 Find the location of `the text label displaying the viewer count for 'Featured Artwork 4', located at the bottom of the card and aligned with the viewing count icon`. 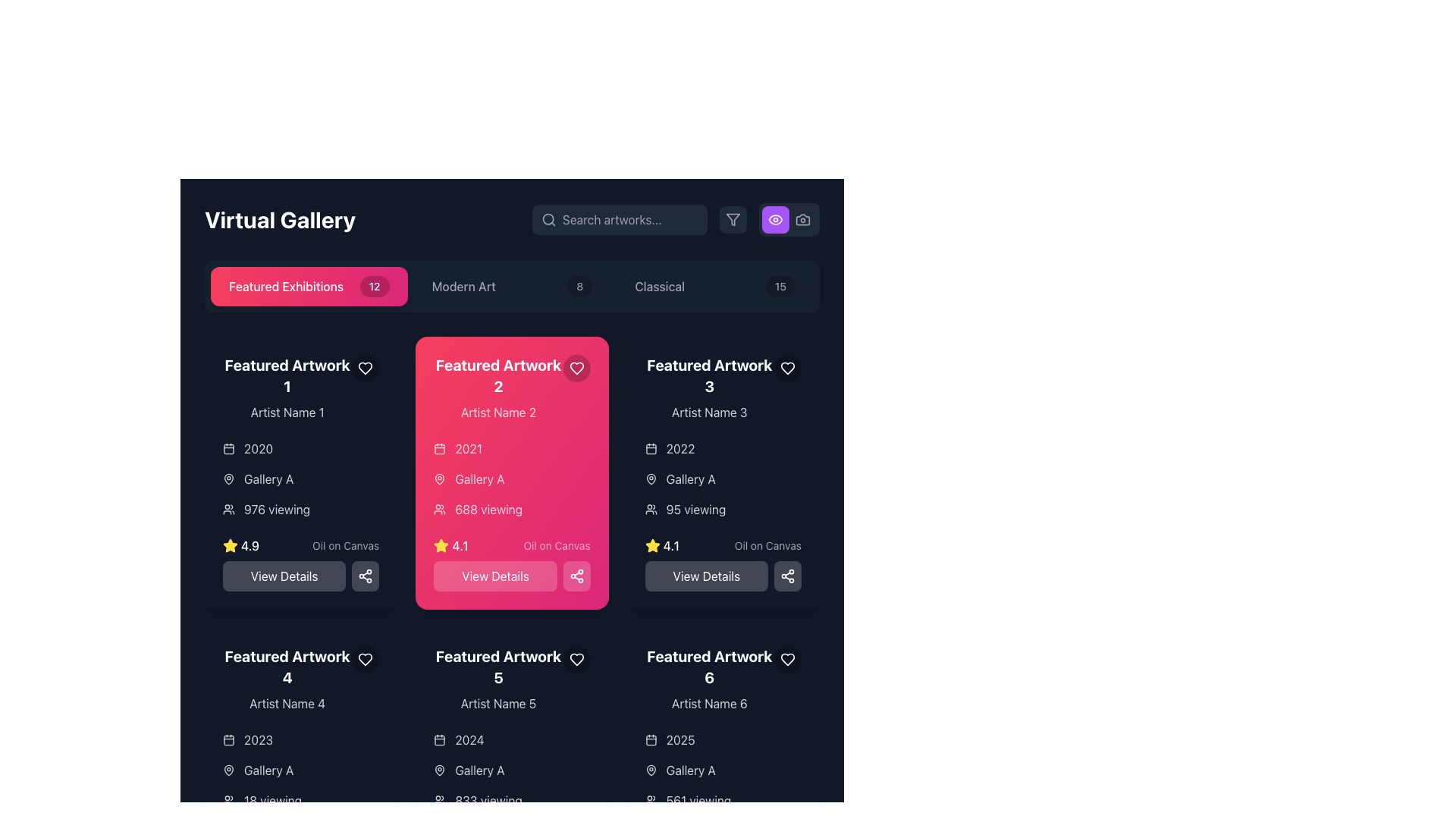

the text label displaying the viewer count for 'Featured Artwork 4', located at the bottom of the card and aligned with the viewing count icon is located at coordinates (273, 800).